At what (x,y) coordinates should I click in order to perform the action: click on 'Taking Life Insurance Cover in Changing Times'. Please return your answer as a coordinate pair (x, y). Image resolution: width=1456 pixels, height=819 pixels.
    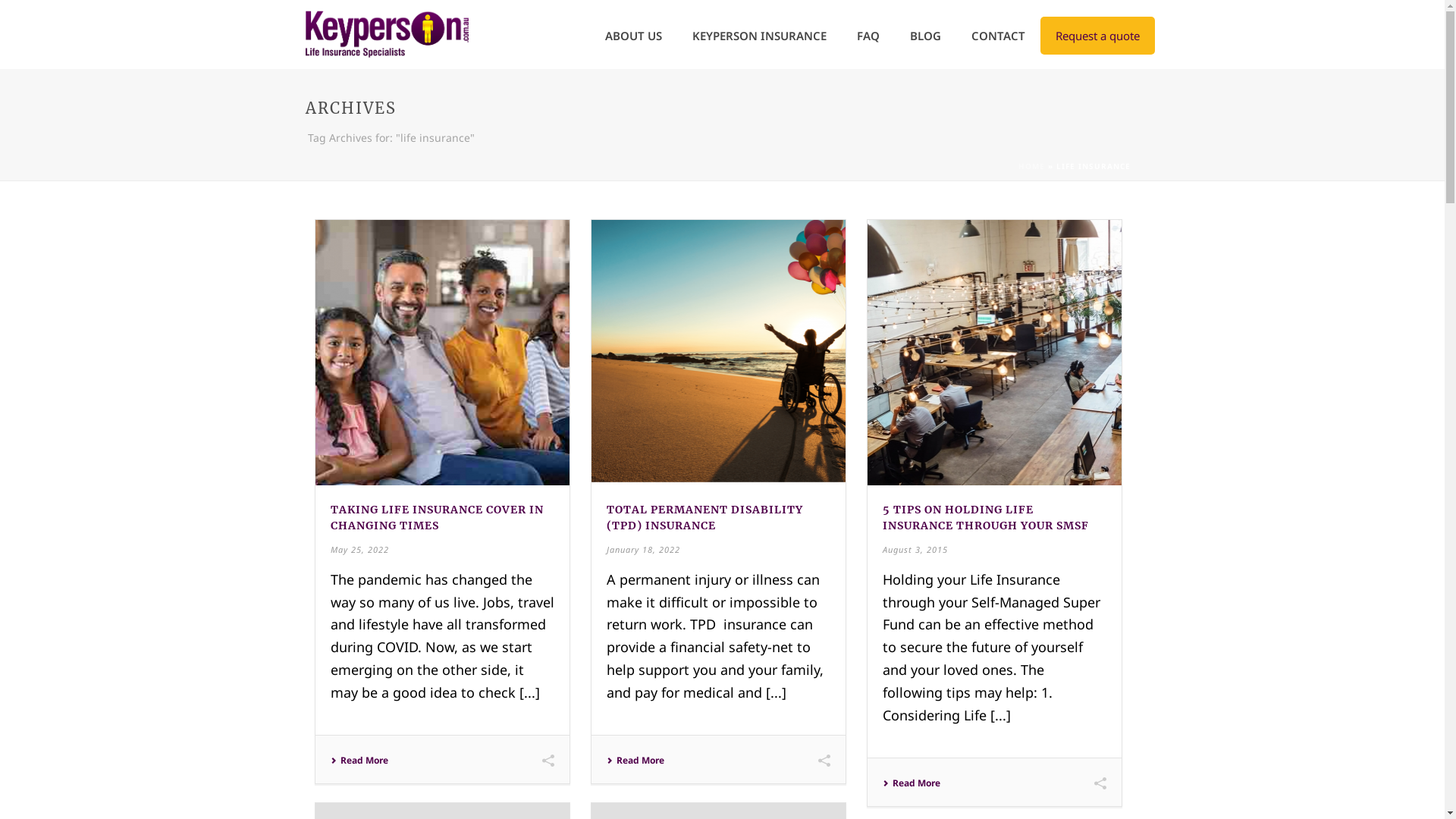
    Looking at the image, I should click on (442, 353).